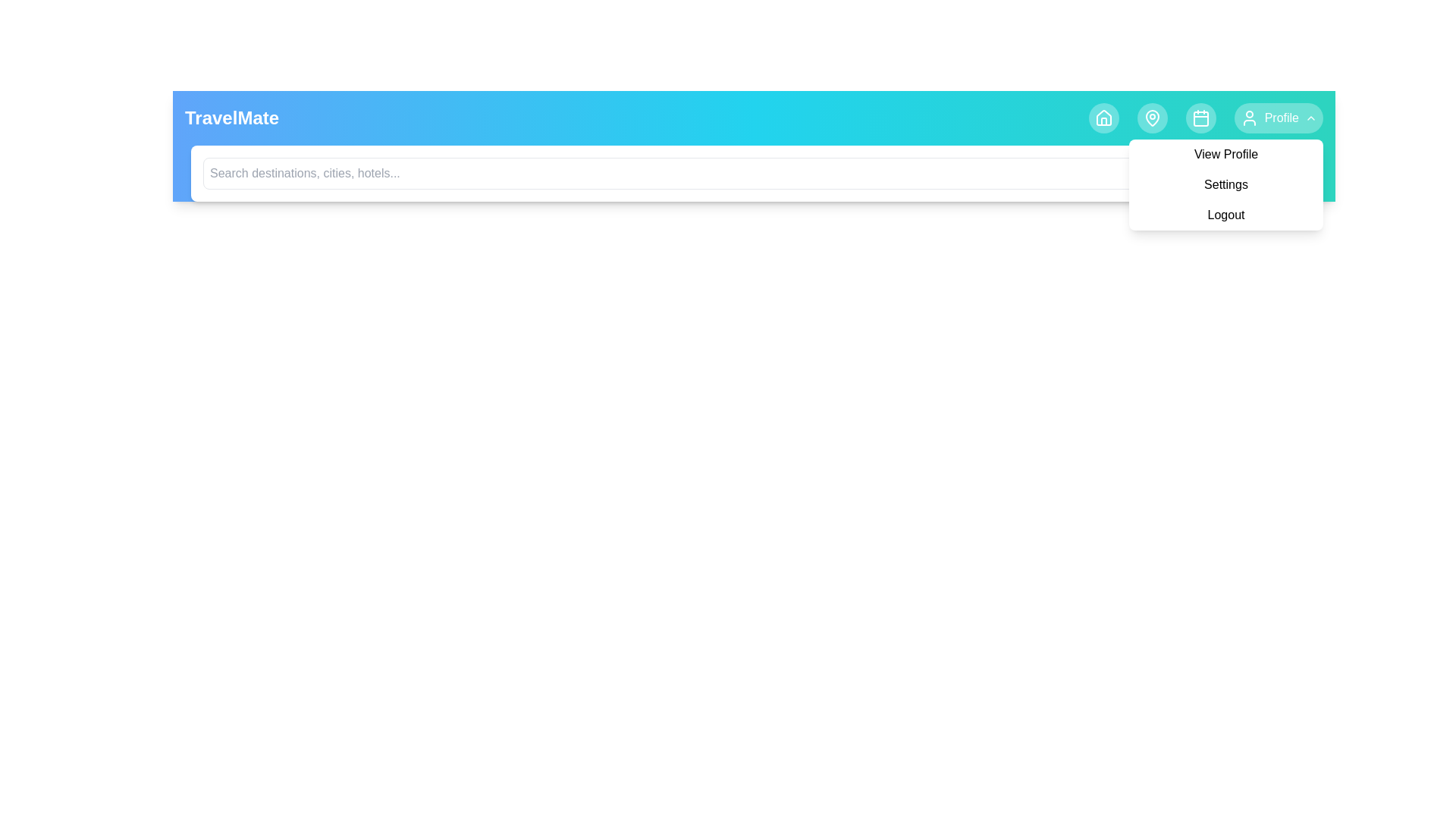 This screenshot has height=819, width=1456. Describe the element at coordinates (1152, 117) in the screenshot. I see `the Map navigation icon` at that location.